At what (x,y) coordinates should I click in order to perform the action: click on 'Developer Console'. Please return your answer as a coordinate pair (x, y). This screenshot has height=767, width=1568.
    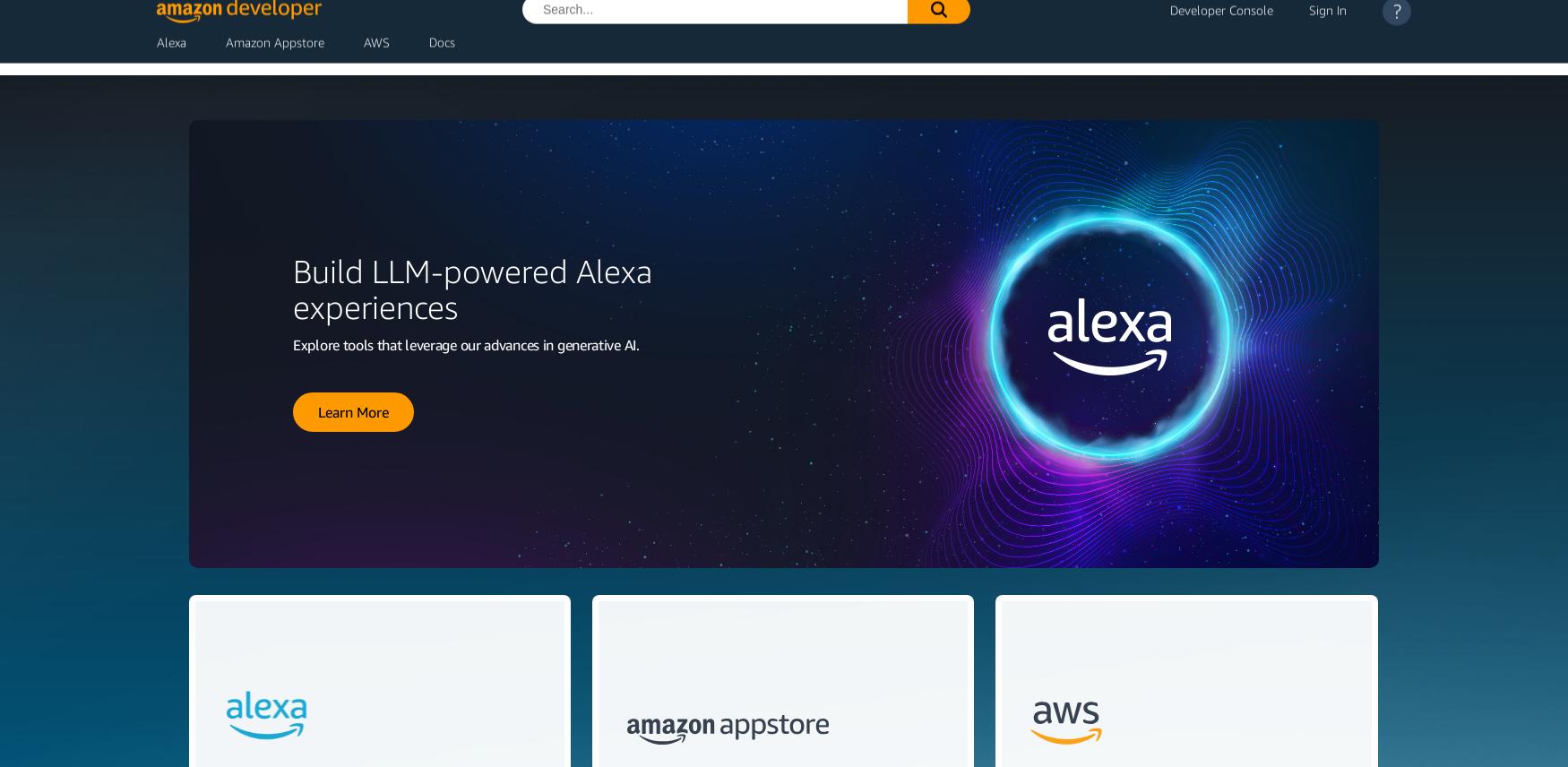
    Looking at the image, I should click on (1221, 22).